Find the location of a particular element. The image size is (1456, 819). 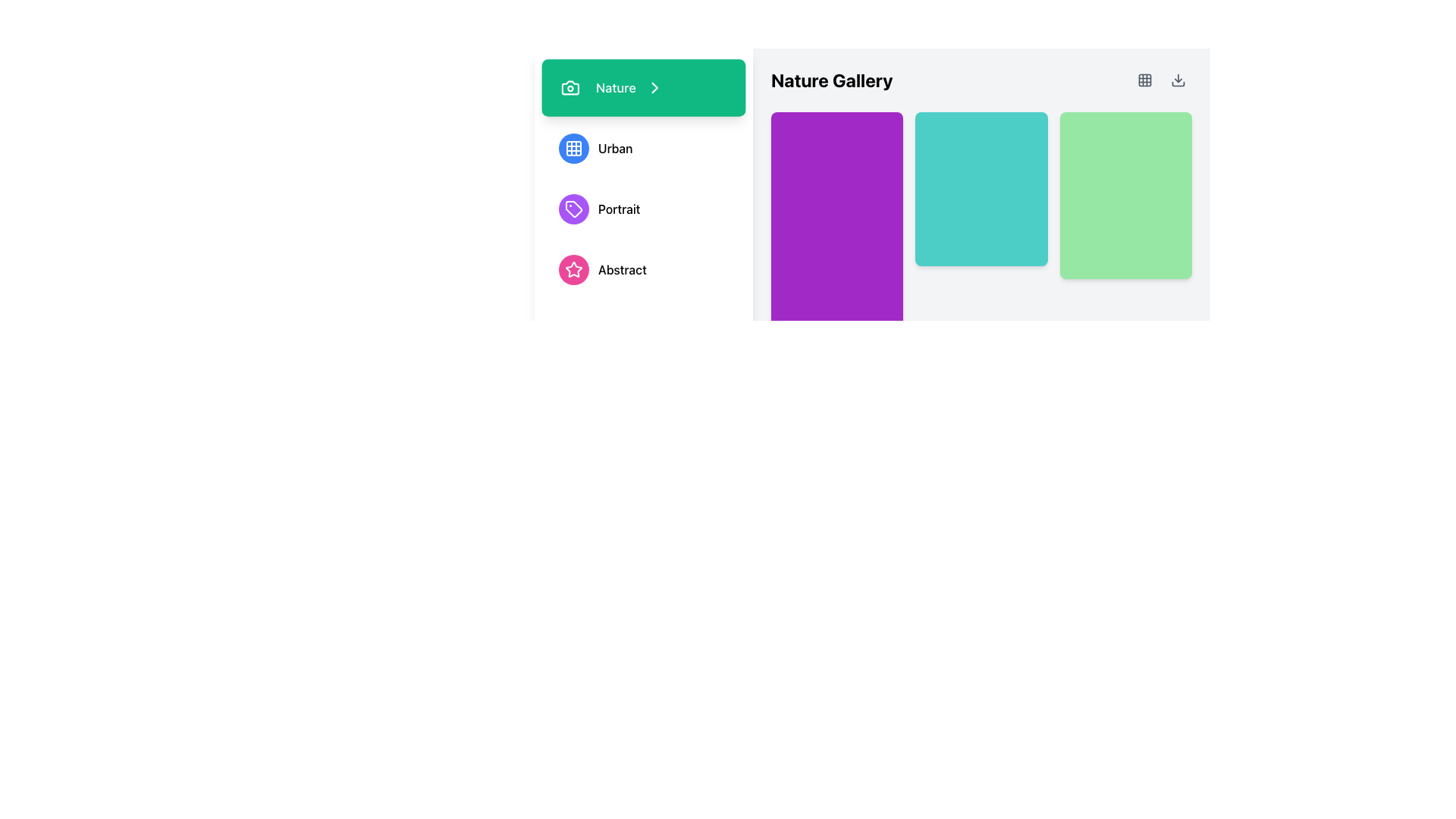

the Icon button representing the 'Abstract' category located in the vertical menu on the left side of the interface is located at coordinates (573, 268).